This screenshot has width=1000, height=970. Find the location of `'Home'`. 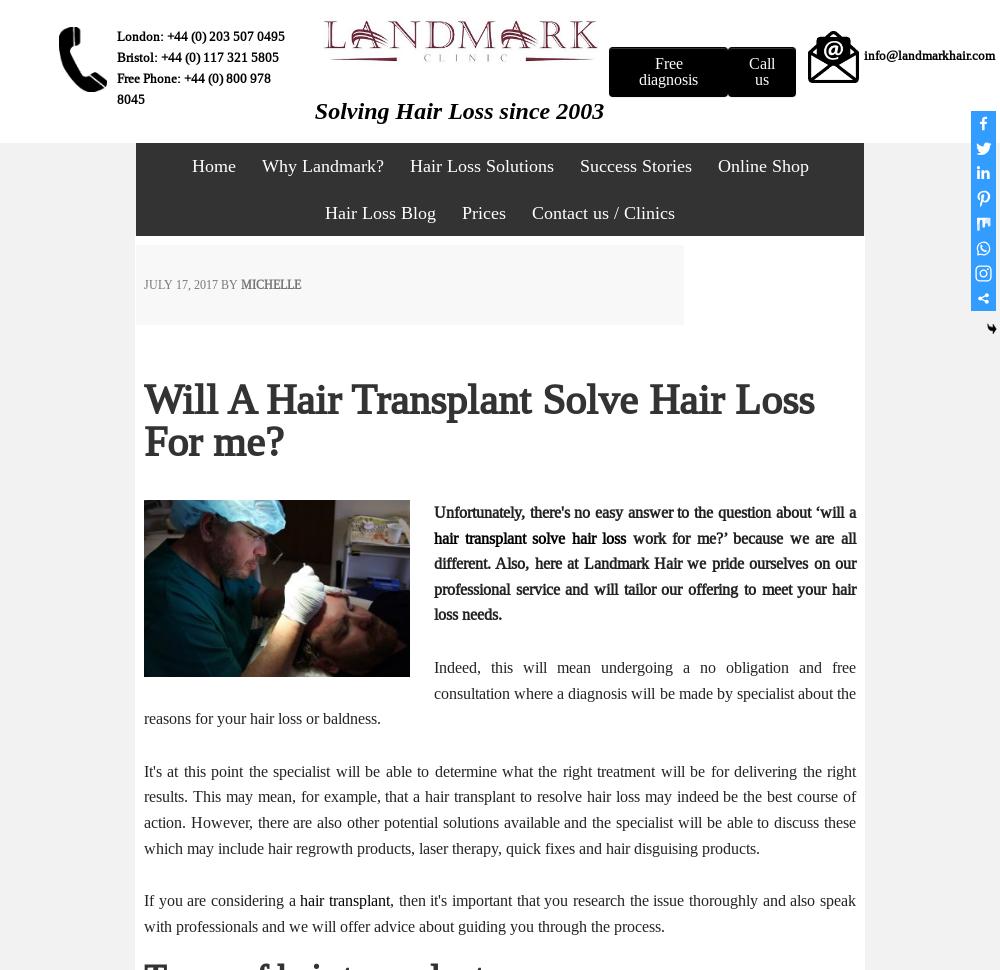

'Home' is located at coordinates (212, 164).